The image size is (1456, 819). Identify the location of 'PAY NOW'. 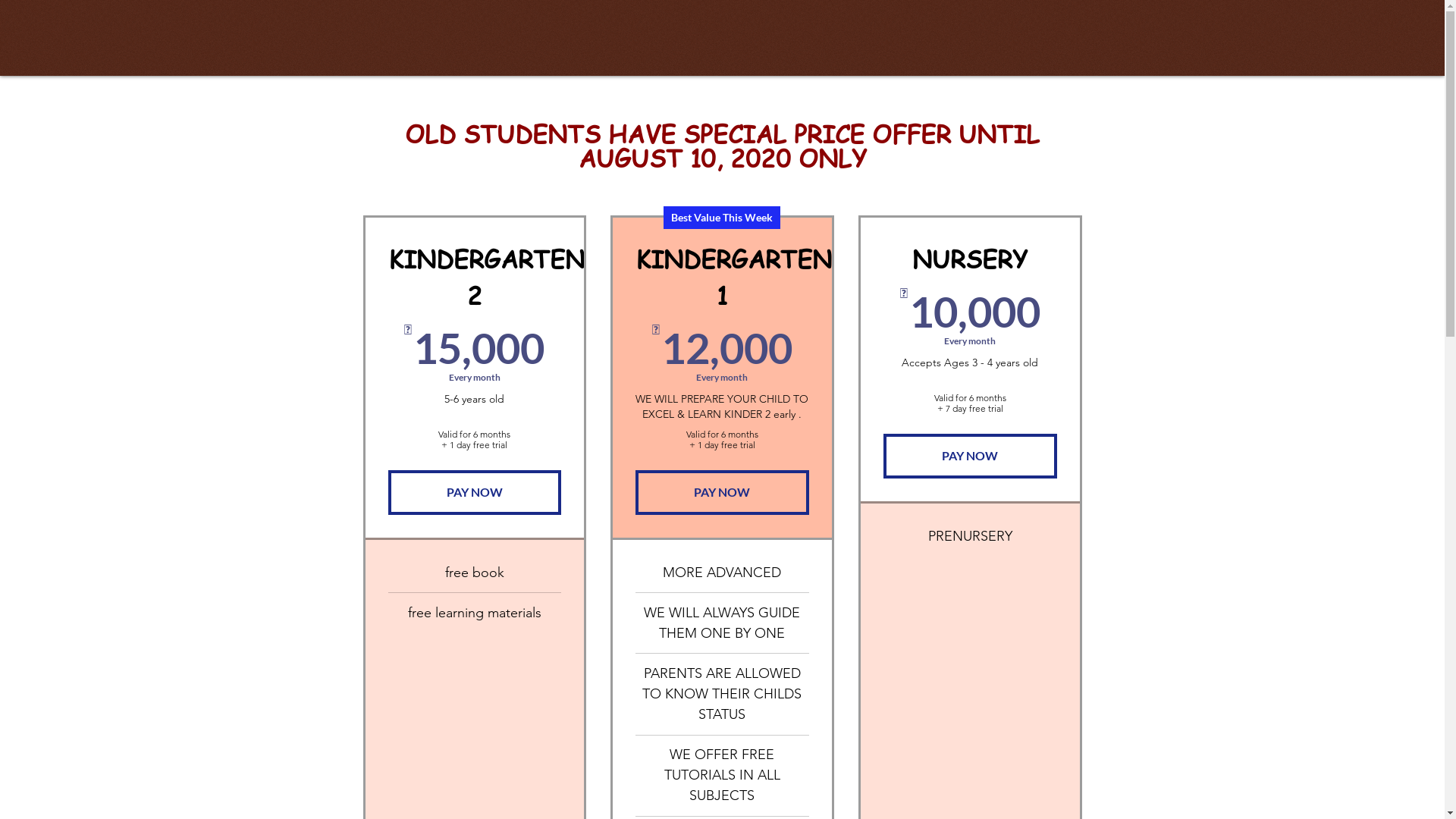
(969, 455).